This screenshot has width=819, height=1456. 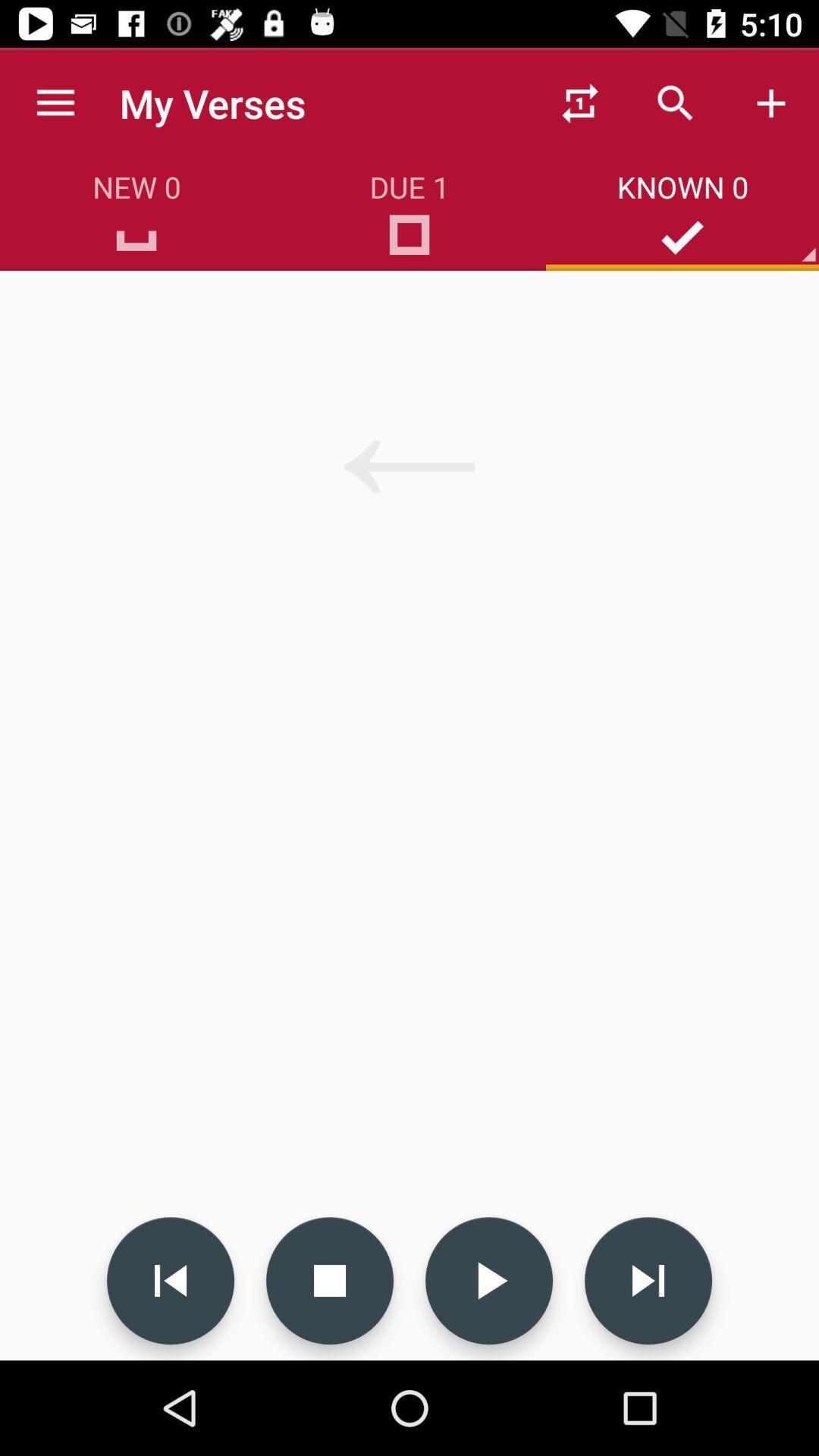 I want to click on the skip_next icon, so click(x=648, y=1280).